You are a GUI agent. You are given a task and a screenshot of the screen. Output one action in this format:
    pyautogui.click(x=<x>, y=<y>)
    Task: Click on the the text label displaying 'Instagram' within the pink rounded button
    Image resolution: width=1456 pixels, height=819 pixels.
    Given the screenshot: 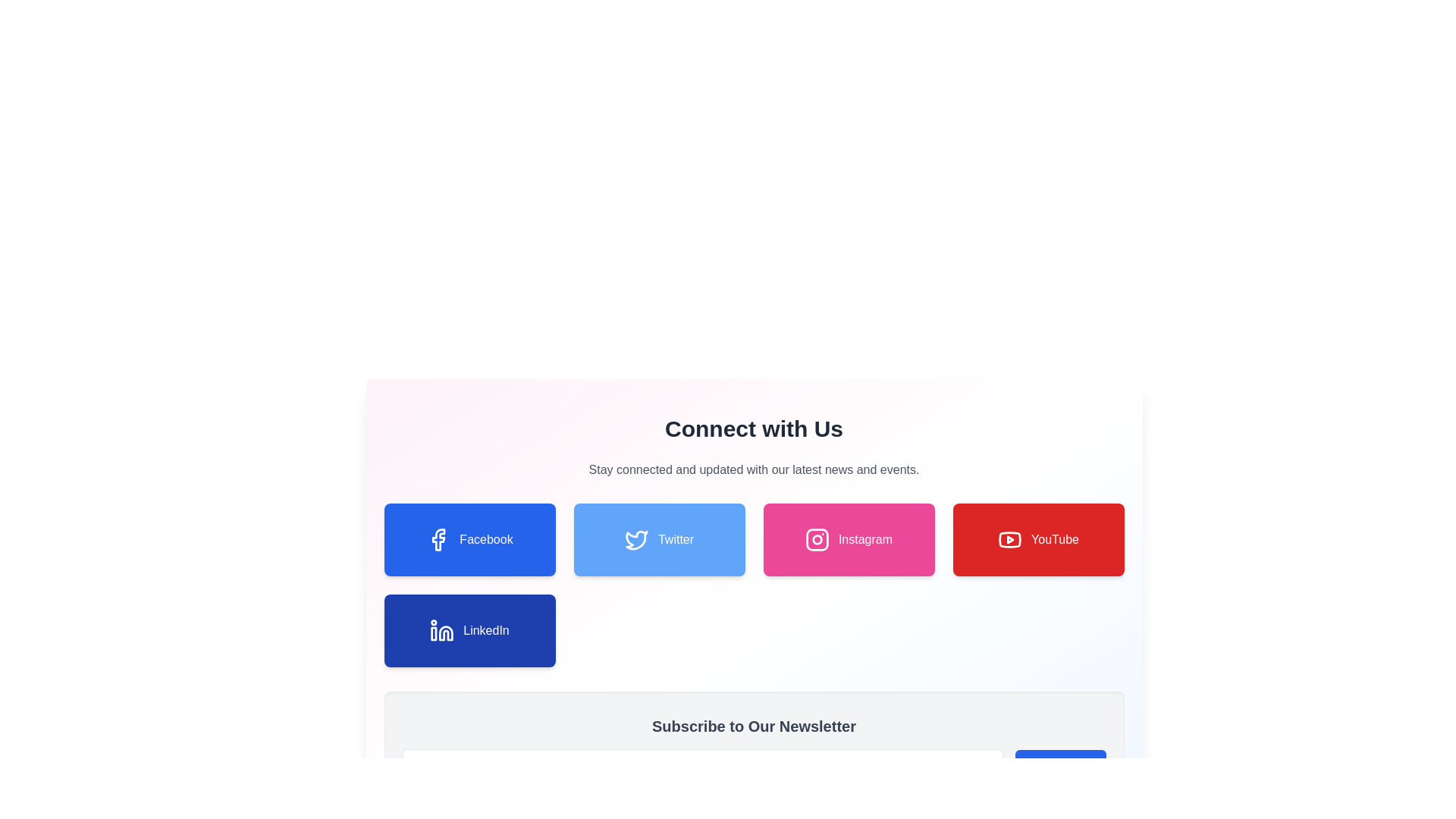 What is the action you would take?
    pyautogui.click(x=865, y=539)
    